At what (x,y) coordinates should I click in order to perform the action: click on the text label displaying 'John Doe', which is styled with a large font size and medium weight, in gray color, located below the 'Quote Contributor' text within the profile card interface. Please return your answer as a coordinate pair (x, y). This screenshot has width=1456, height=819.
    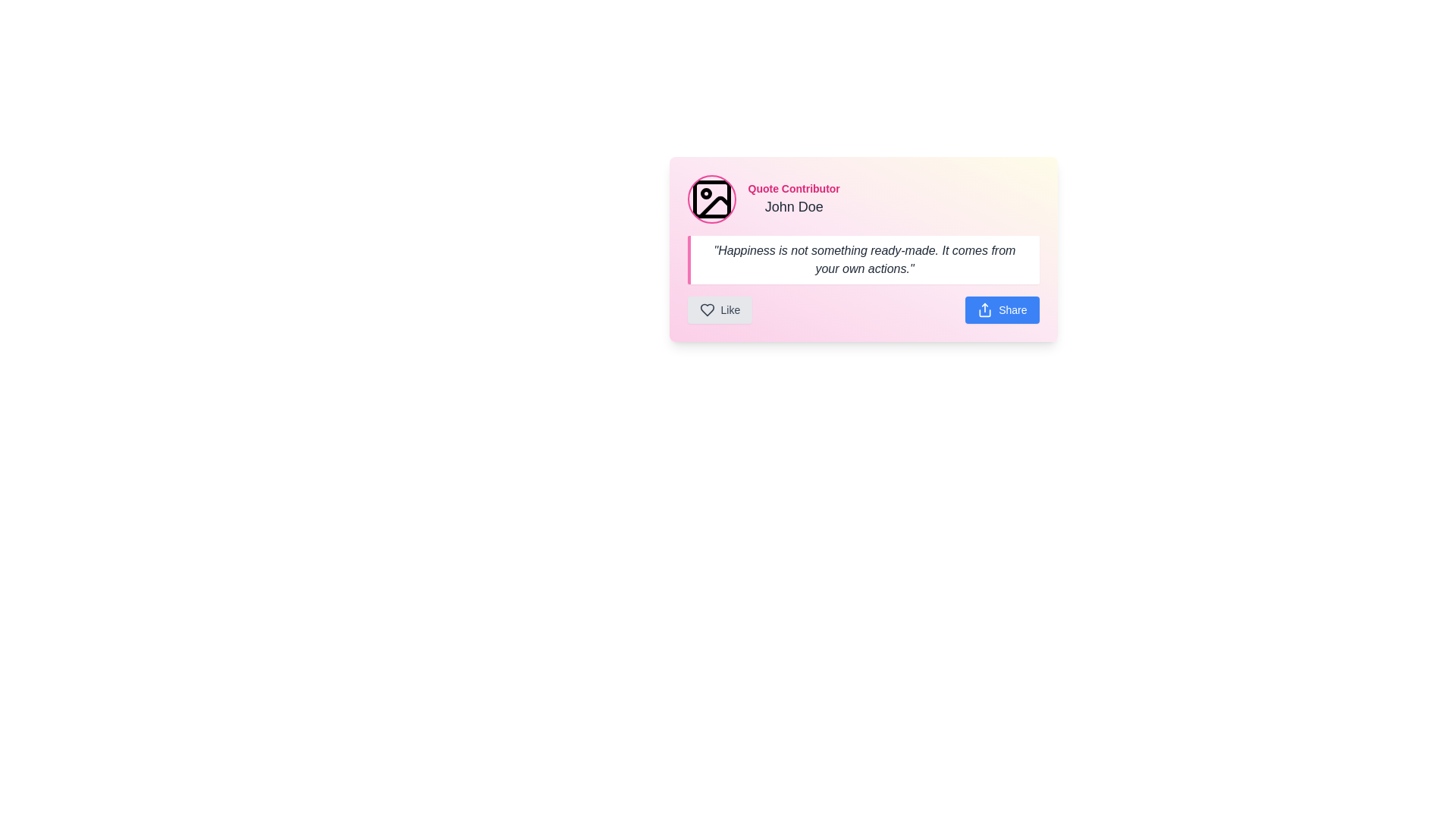
    Looking at the image, I should click on (793, 207).